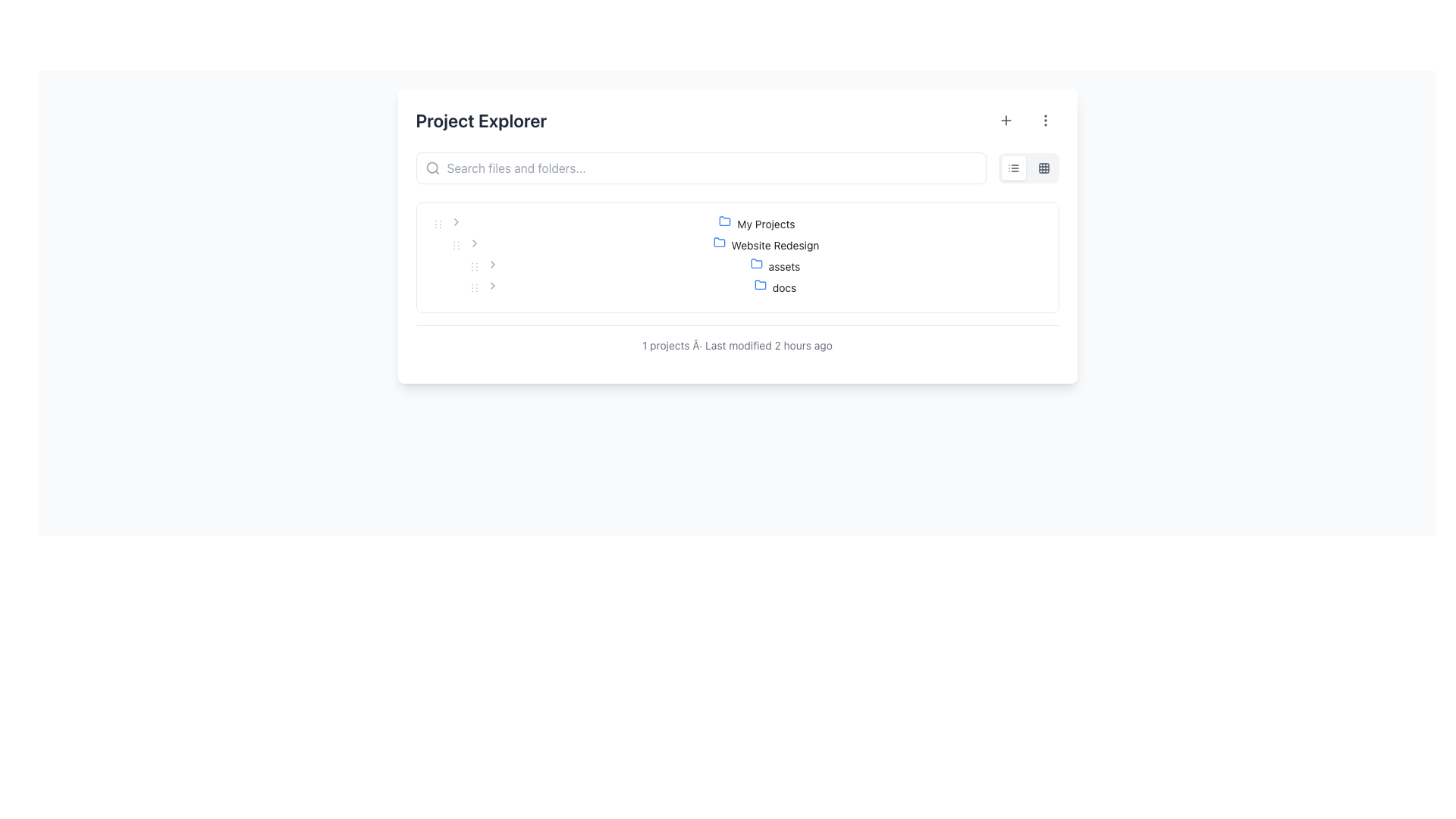 This screenshot has width=1456, height=819. I want to click on the grid icon button, which is a modern design composed of nine smaller squares arranged in a 3x3 pattern, located on the right side of the toolbar, so click(1043, 168).